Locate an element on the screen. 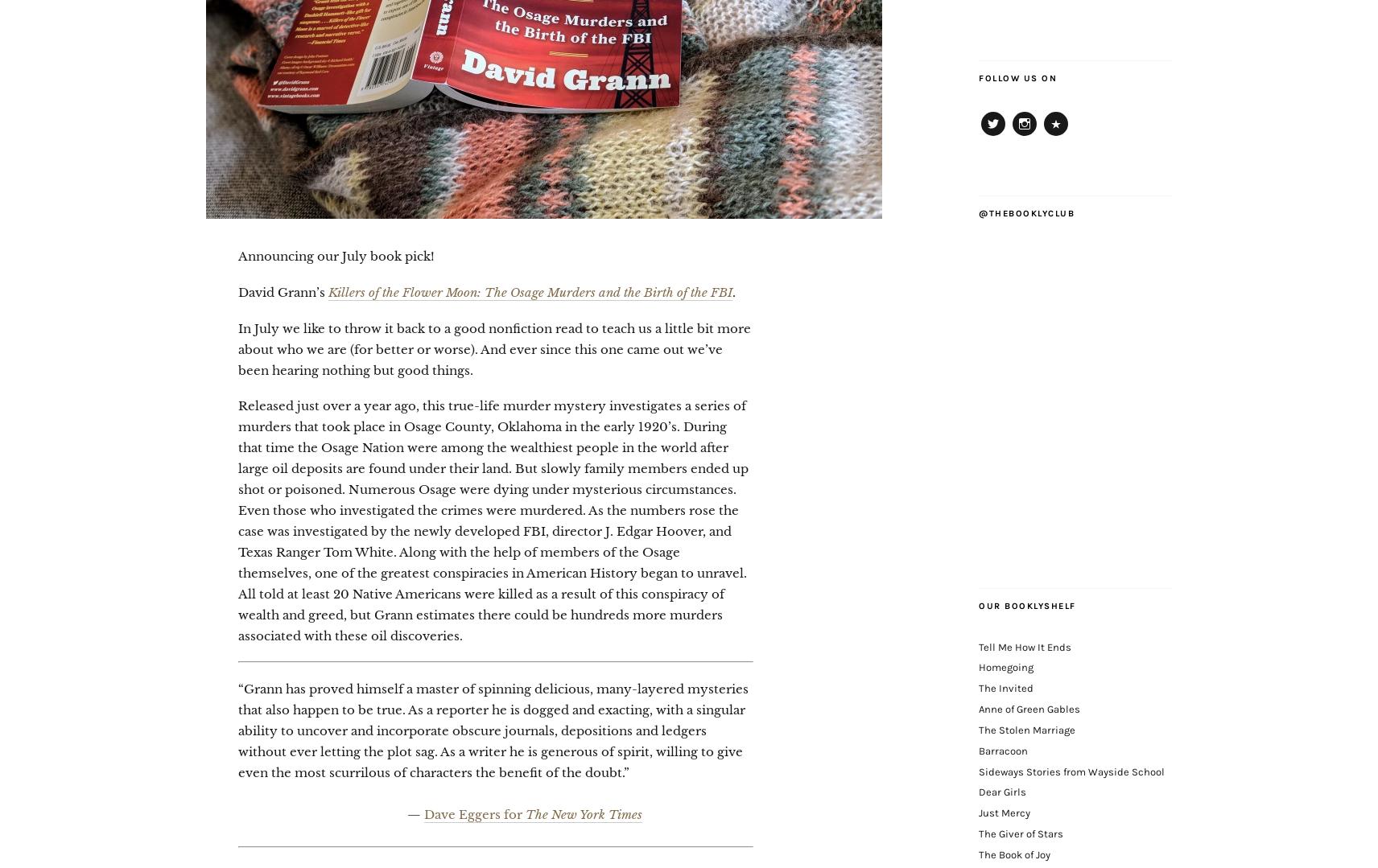 Image resolution: width=1378 pixels, height=868 pixels. 'Follow us on' is located at coordinates (1017, 77).